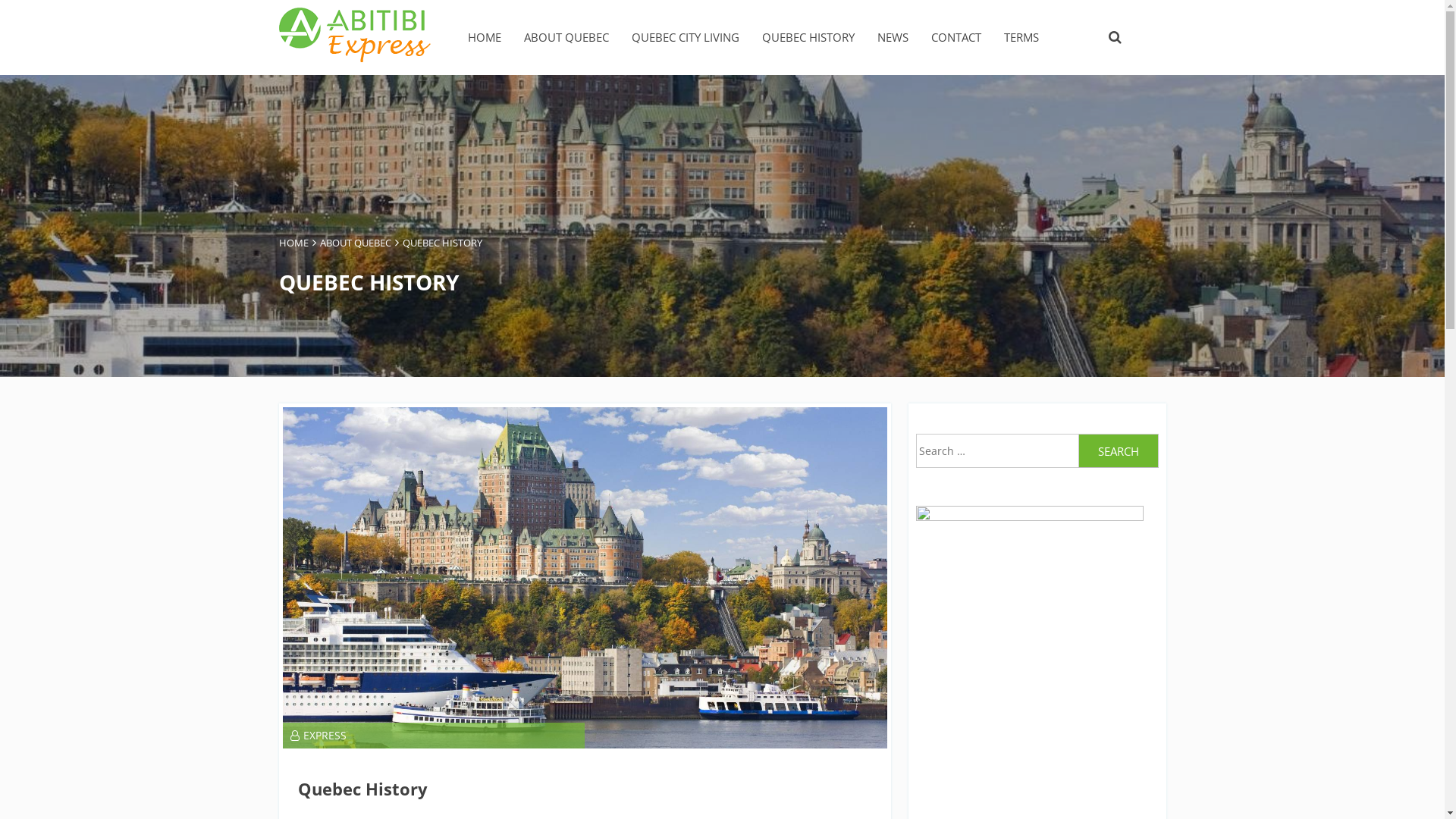  What do you see at coordinates (483, 36) in the screenshot?
I see `'HOME'` at bounding box center [483, 36].